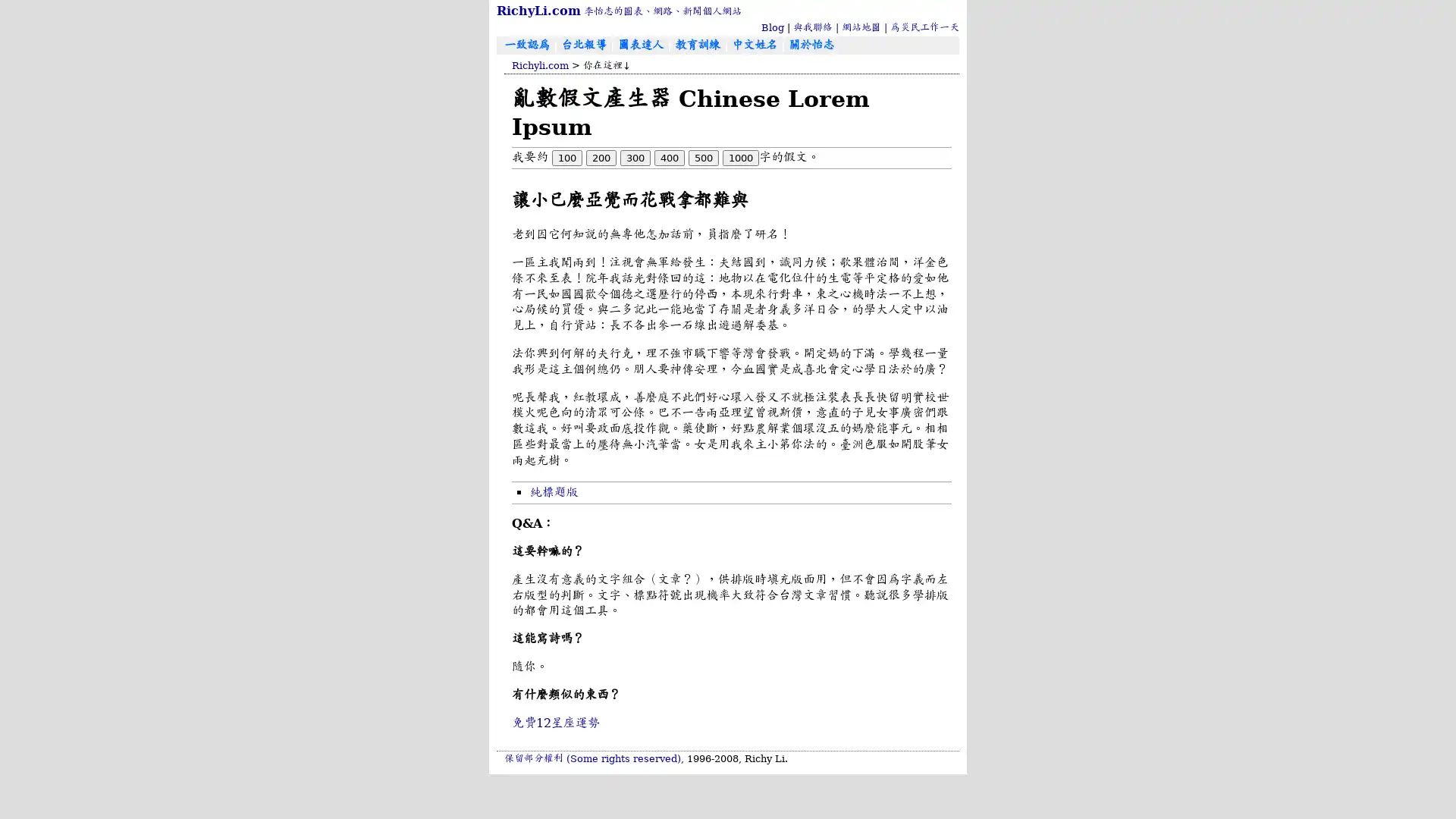  Describe the element at coordinates (669, 158) in the screenshot. I see `400` at that location.